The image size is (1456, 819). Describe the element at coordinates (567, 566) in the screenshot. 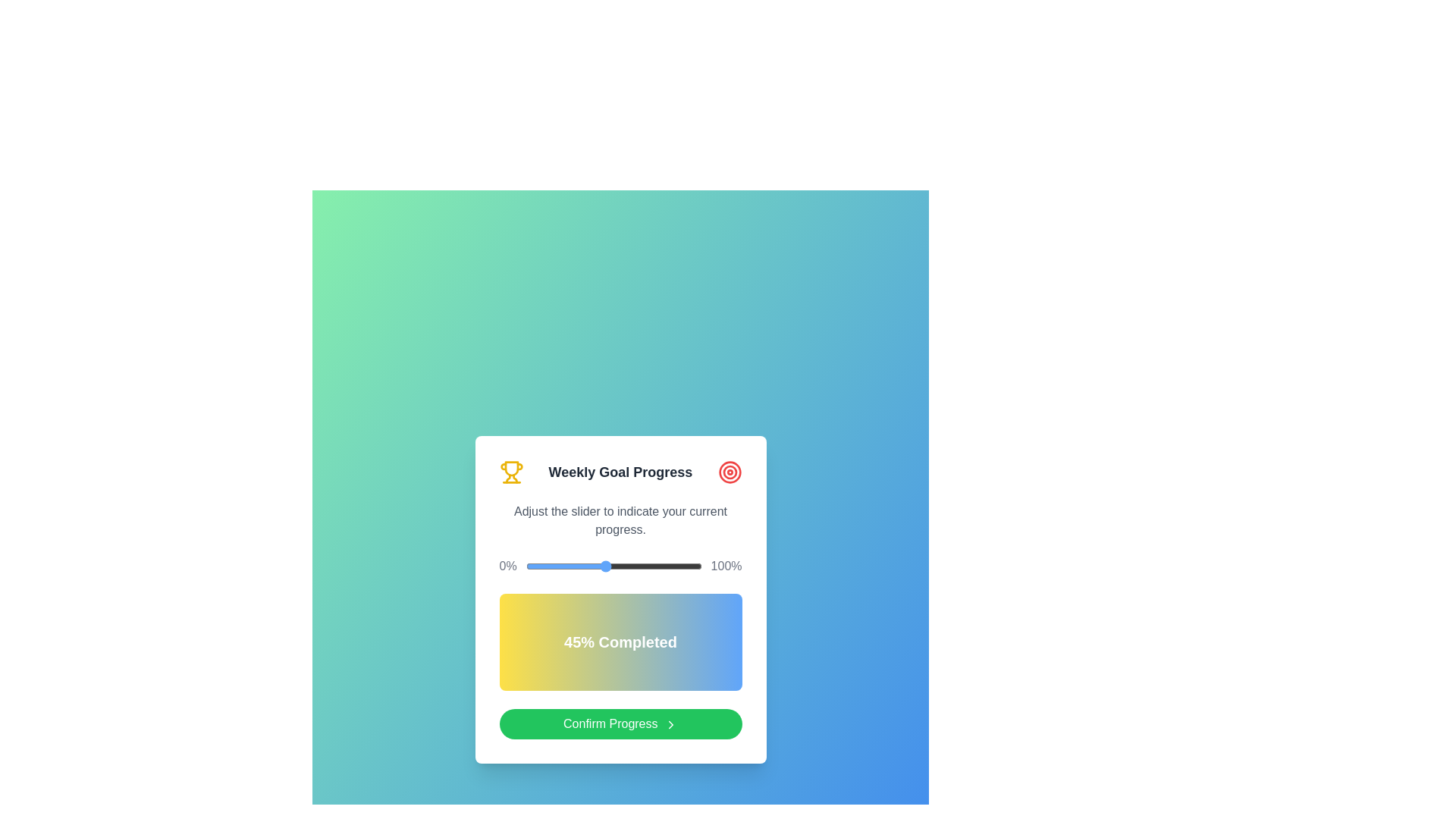

I see `the progress slider to set the progress to 24%` at that location.